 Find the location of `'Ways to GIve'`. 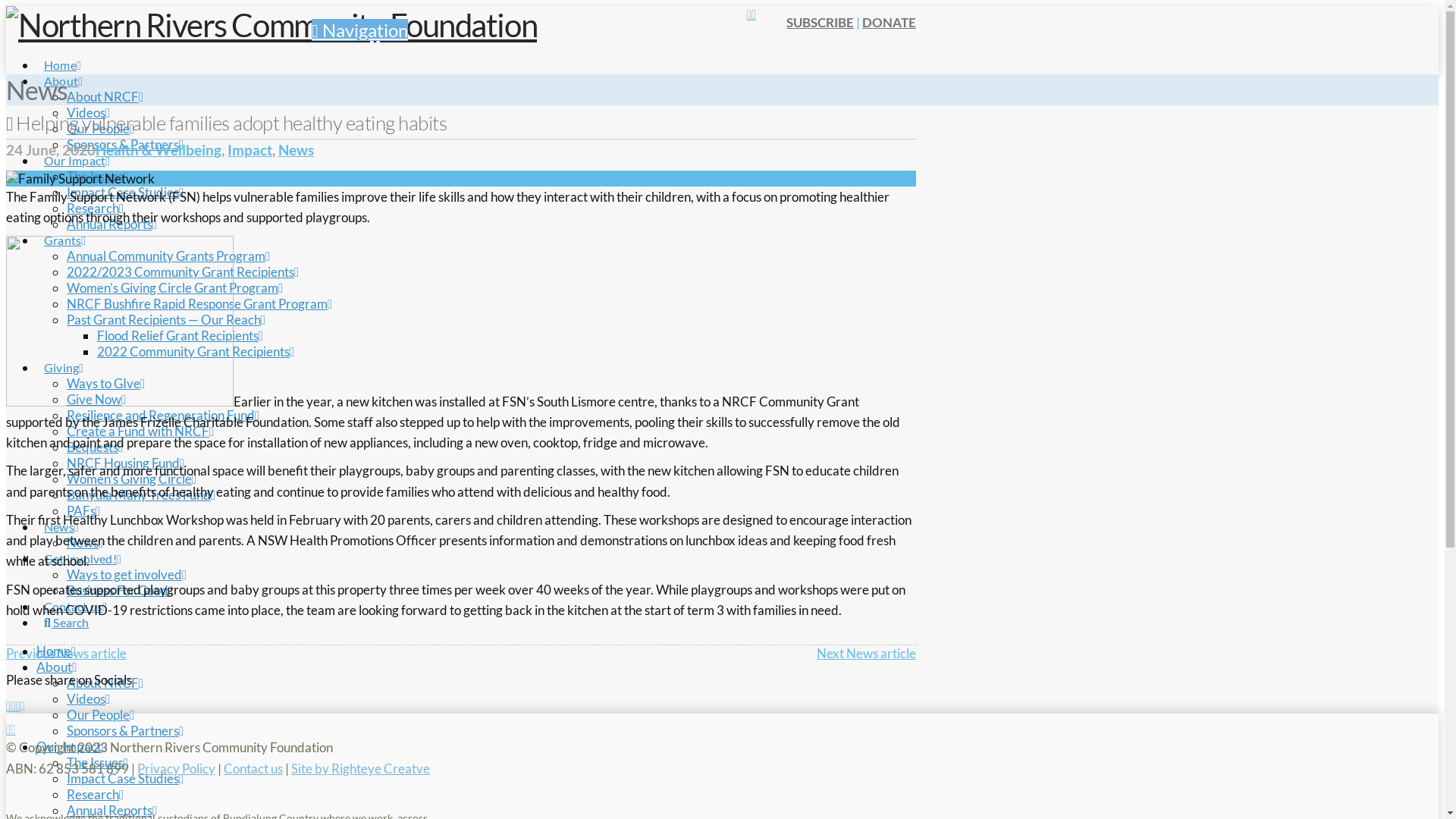

'Ways to GIve' is located at coordinates (105, 382).